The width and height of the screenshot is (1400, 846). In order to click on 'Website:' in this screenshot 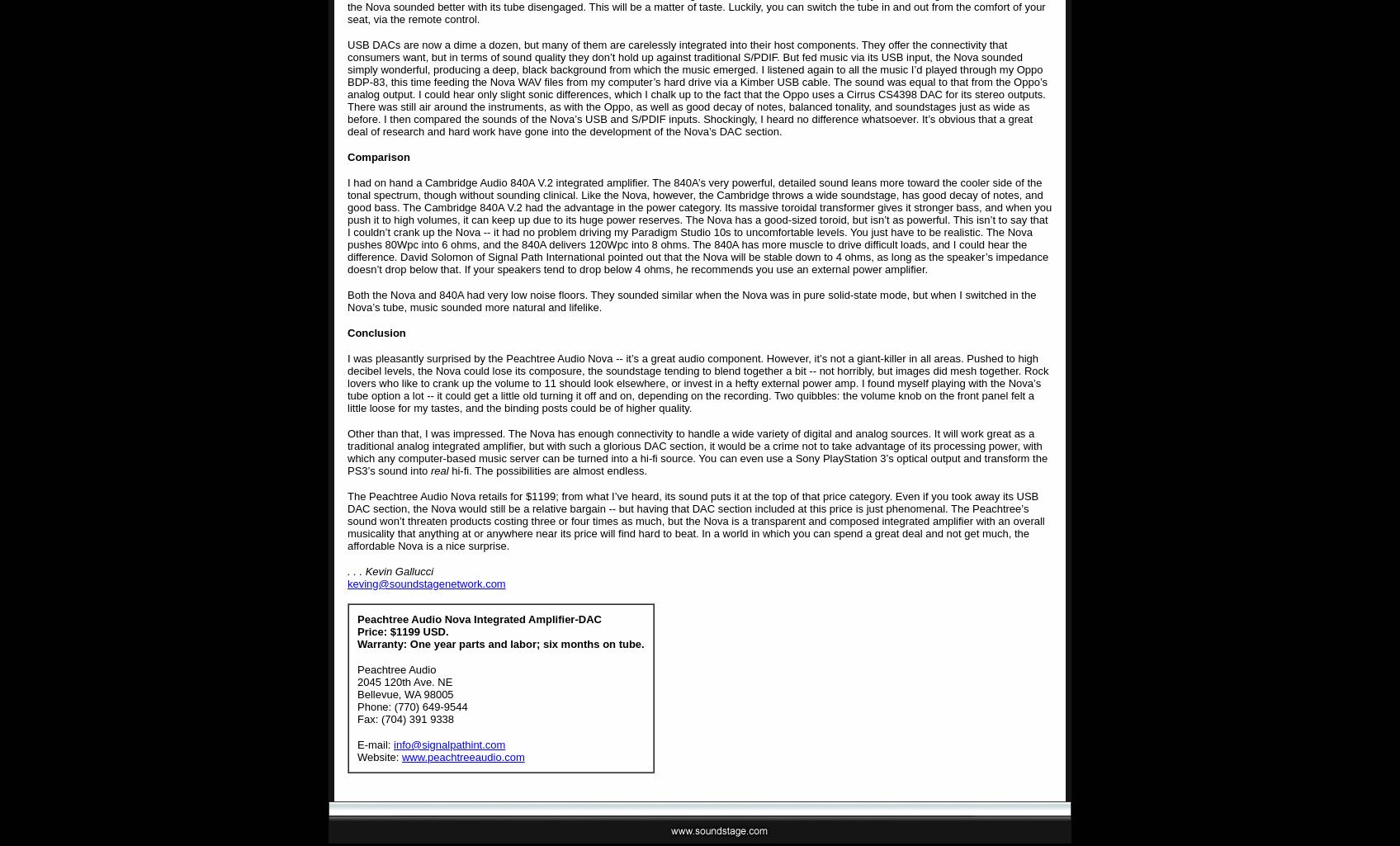, I will do `click(379, 756)`.